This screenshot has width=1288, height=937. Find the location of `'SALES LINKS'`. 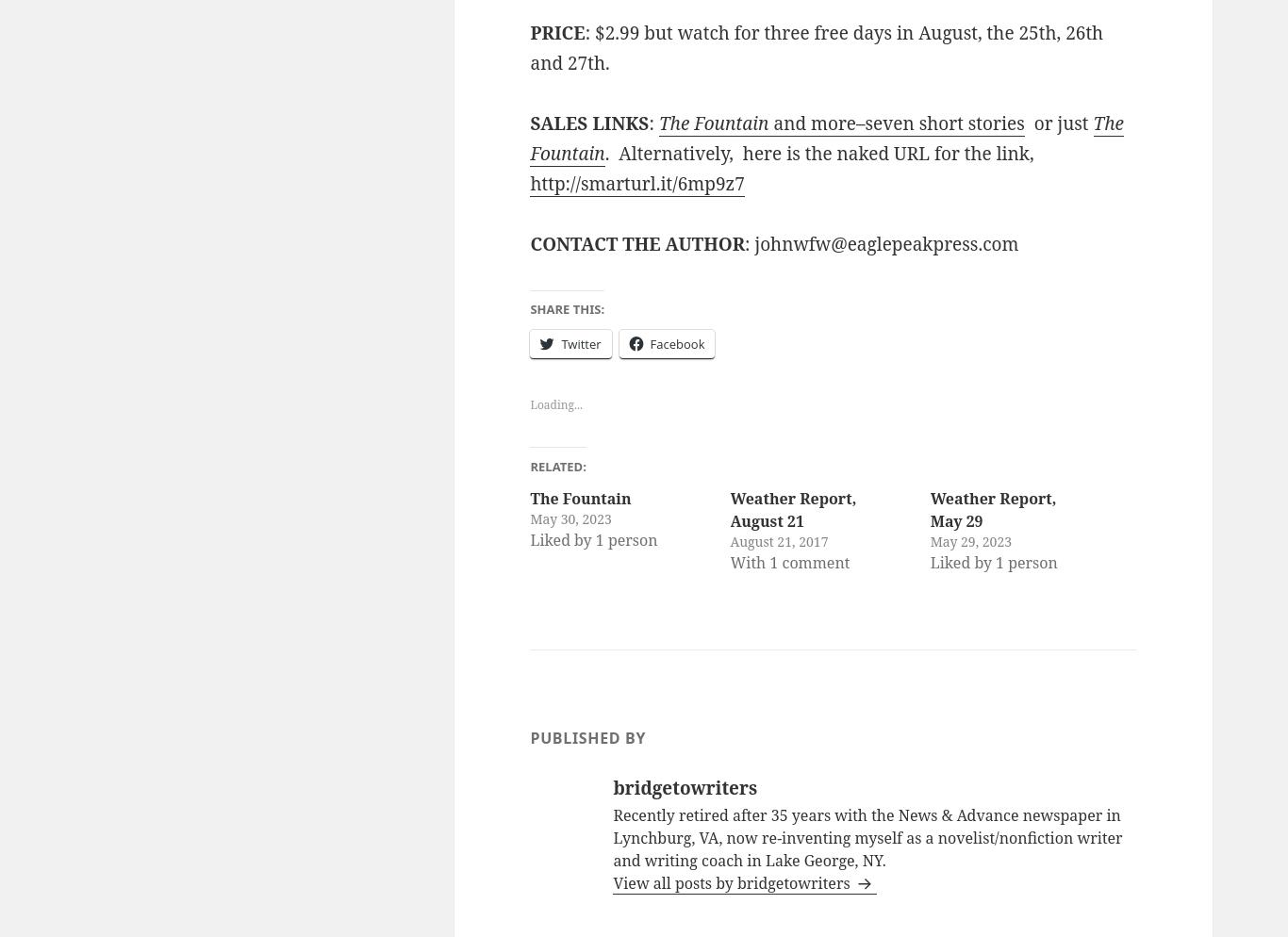

'SALES LINKS' is located at coordinates (587, 123).